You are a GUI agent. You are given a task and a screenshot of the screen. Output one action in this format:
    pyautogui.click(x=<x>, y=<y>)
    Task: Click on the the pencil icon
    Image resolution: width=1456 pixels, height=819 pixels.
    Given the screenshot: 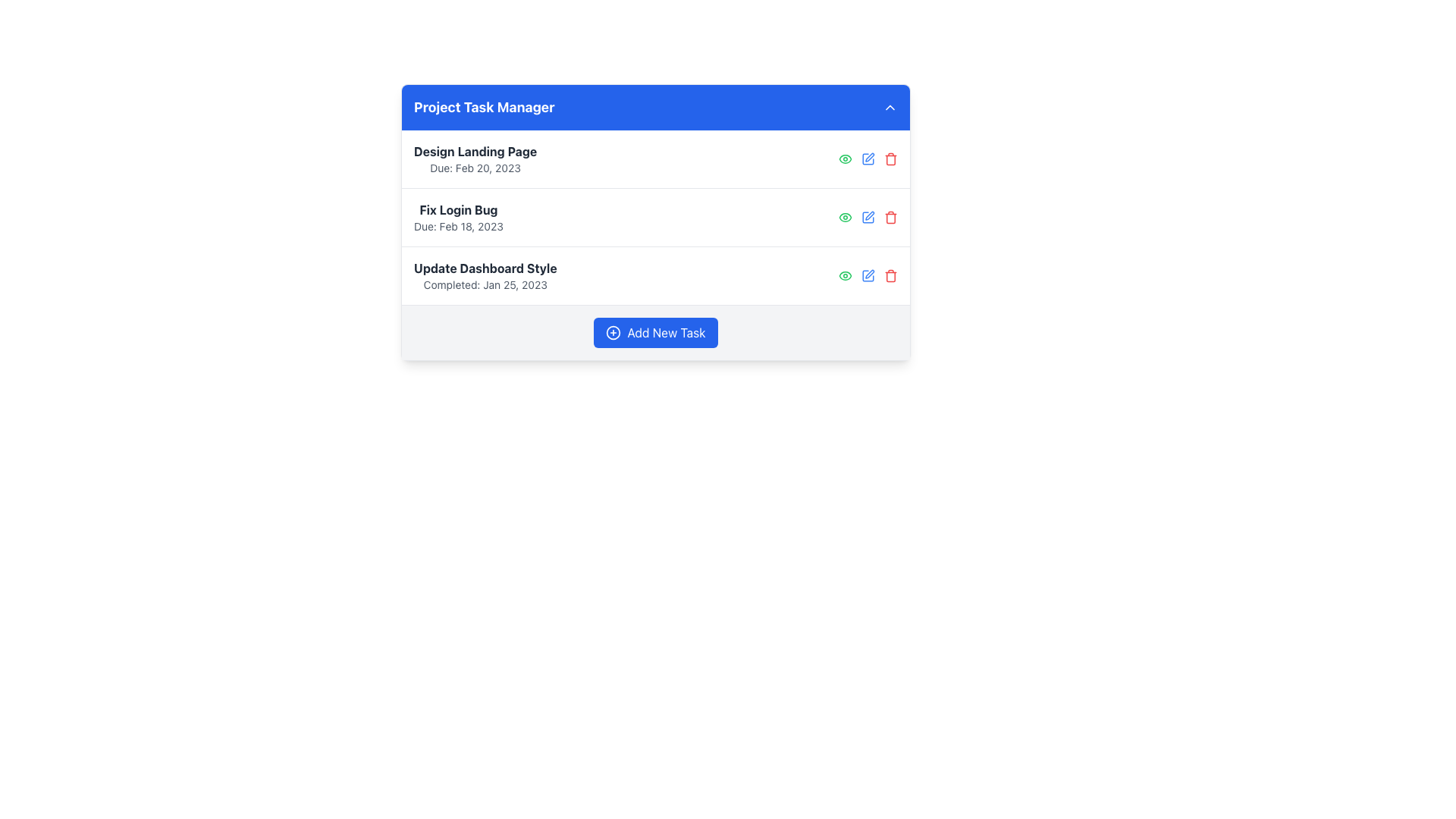 What is the action you would take?
    pyautogui.click(x=868, y=217)
    